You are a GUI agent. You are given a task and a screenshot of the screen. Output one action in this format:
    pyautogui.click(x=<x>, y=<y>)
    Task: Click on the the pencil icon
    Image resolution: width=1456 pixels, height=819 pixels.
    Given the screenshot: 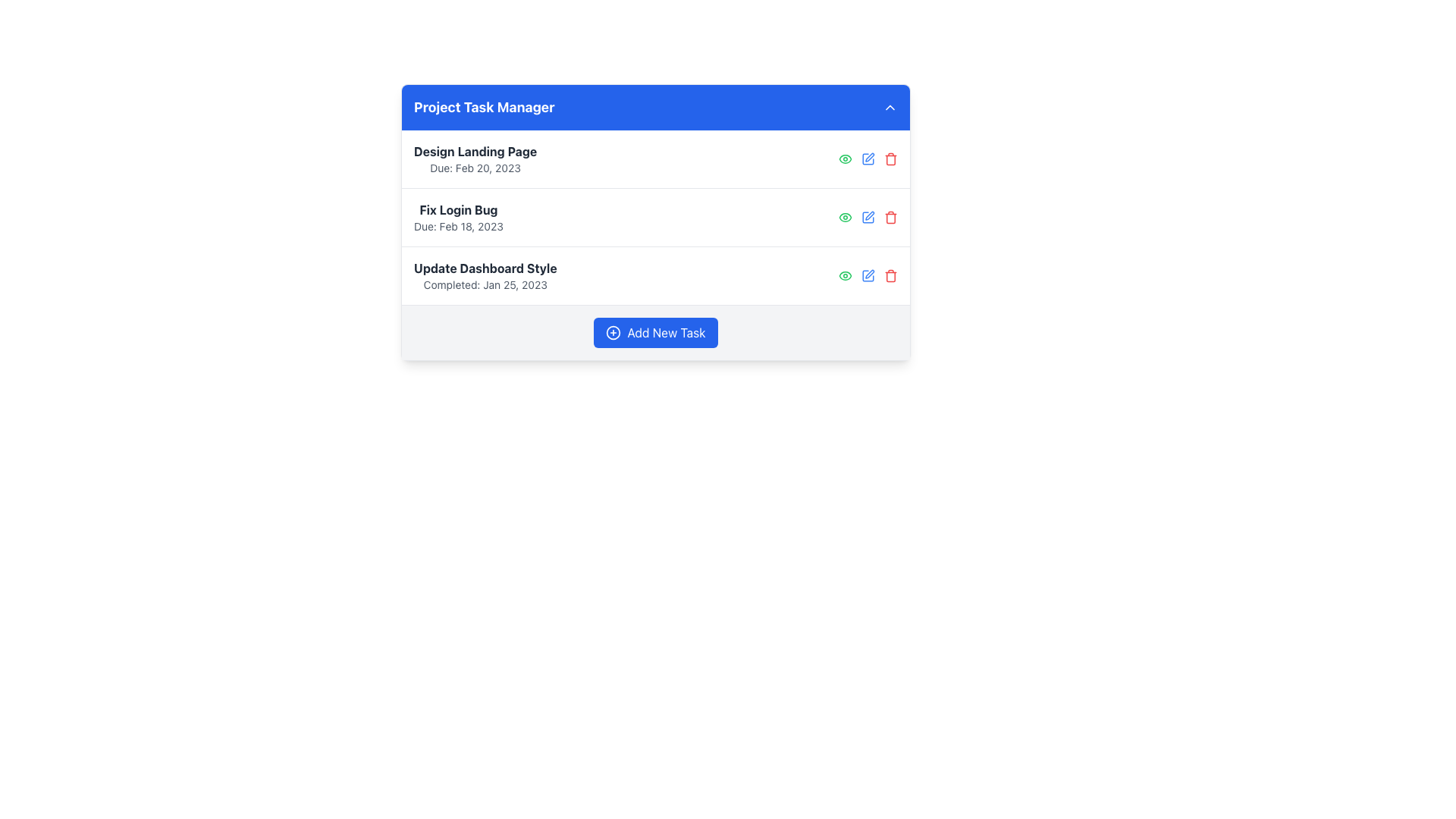 What is the action you would take?
    pyautogui.click(x=868, y=217)
    